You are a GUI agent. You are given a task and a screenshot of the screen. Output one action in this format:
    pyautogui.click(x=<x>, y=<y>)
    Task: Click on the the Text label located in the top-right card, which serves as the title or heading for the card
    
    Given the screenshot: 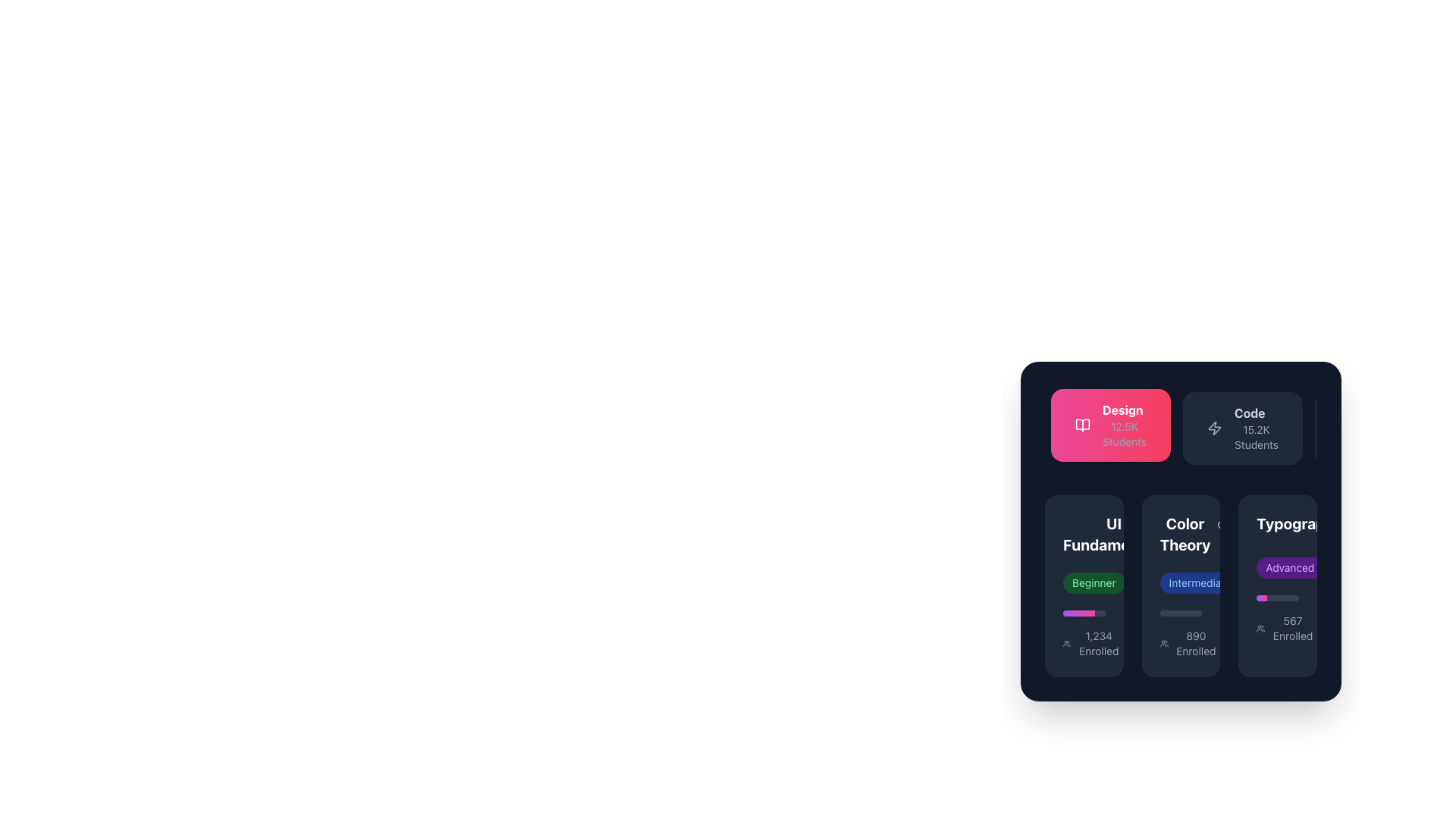 What is the action you would take?
    pyautogui.click(x=1277, y=526)
    